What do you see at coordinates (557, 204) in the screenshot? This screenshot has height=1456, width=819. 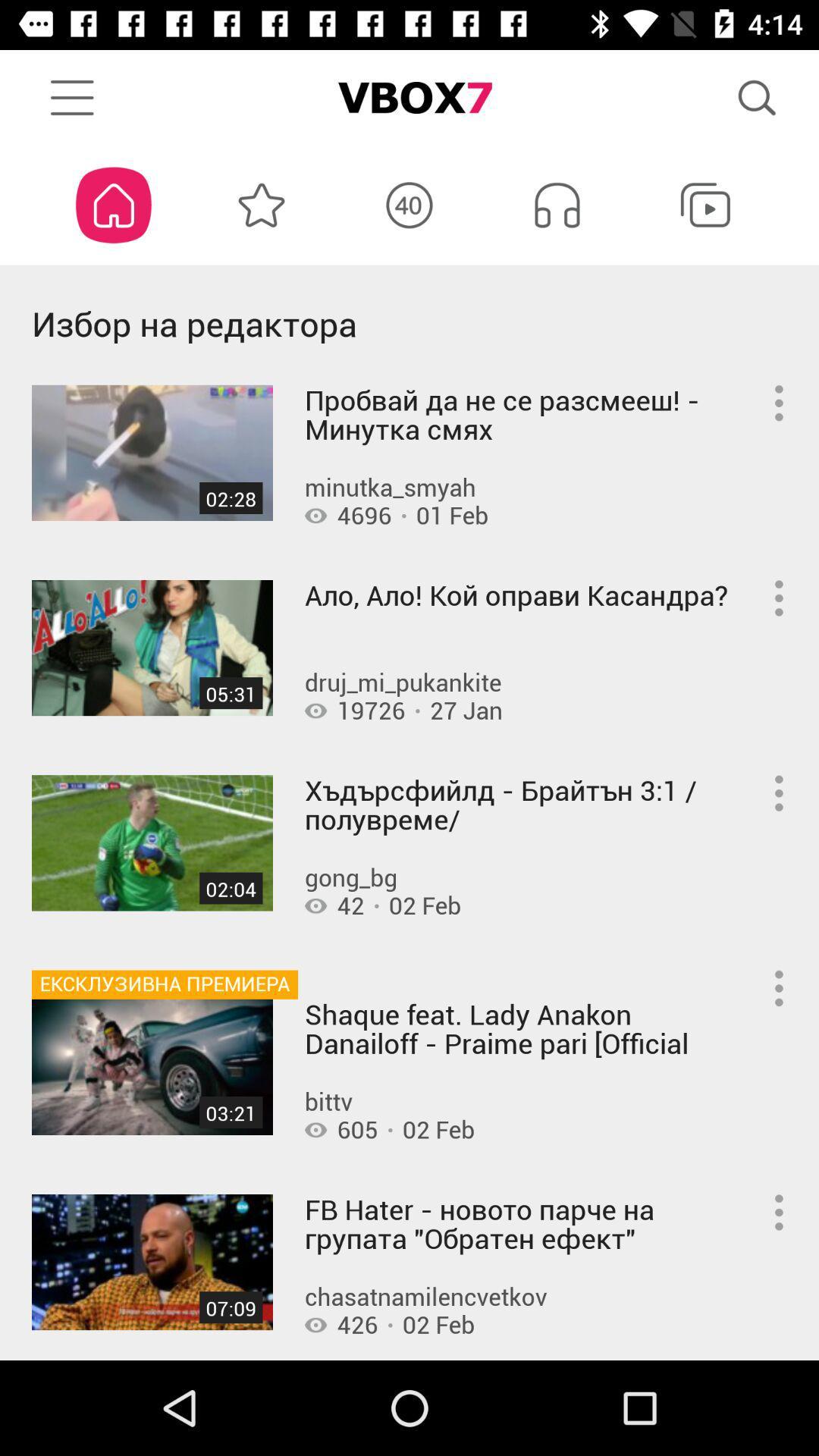 I see `the music symbol icon` at bounding box center [557, 204].